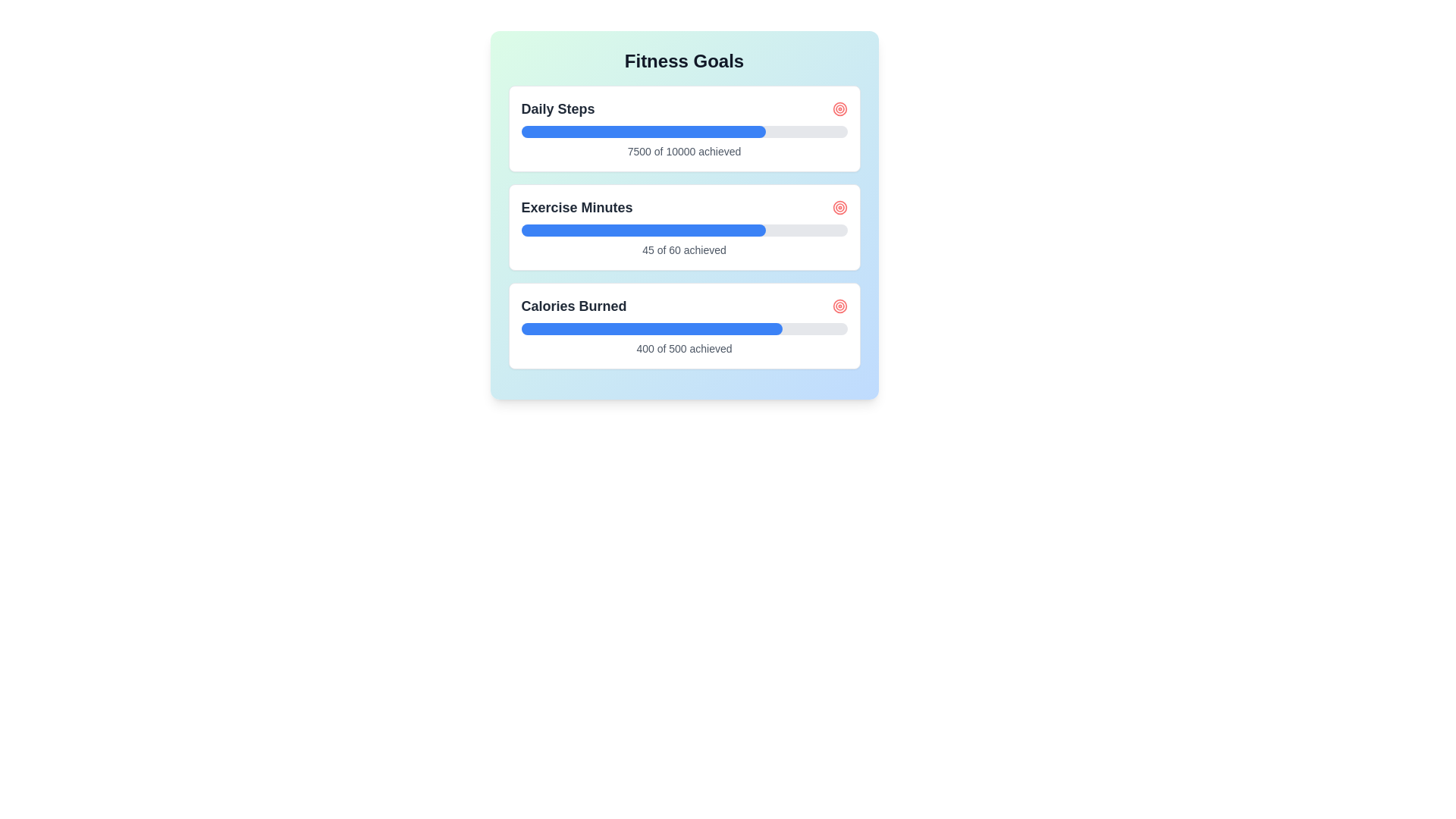 This screenshot has height=819, width=1456. Describe the element at coordinates (683, 127) in the screenshot. I see `the progress bar status of the Progress Card located at the top of the 'Fitness Goals' section, which visually represents the user's progress toward daily steps` at that location.